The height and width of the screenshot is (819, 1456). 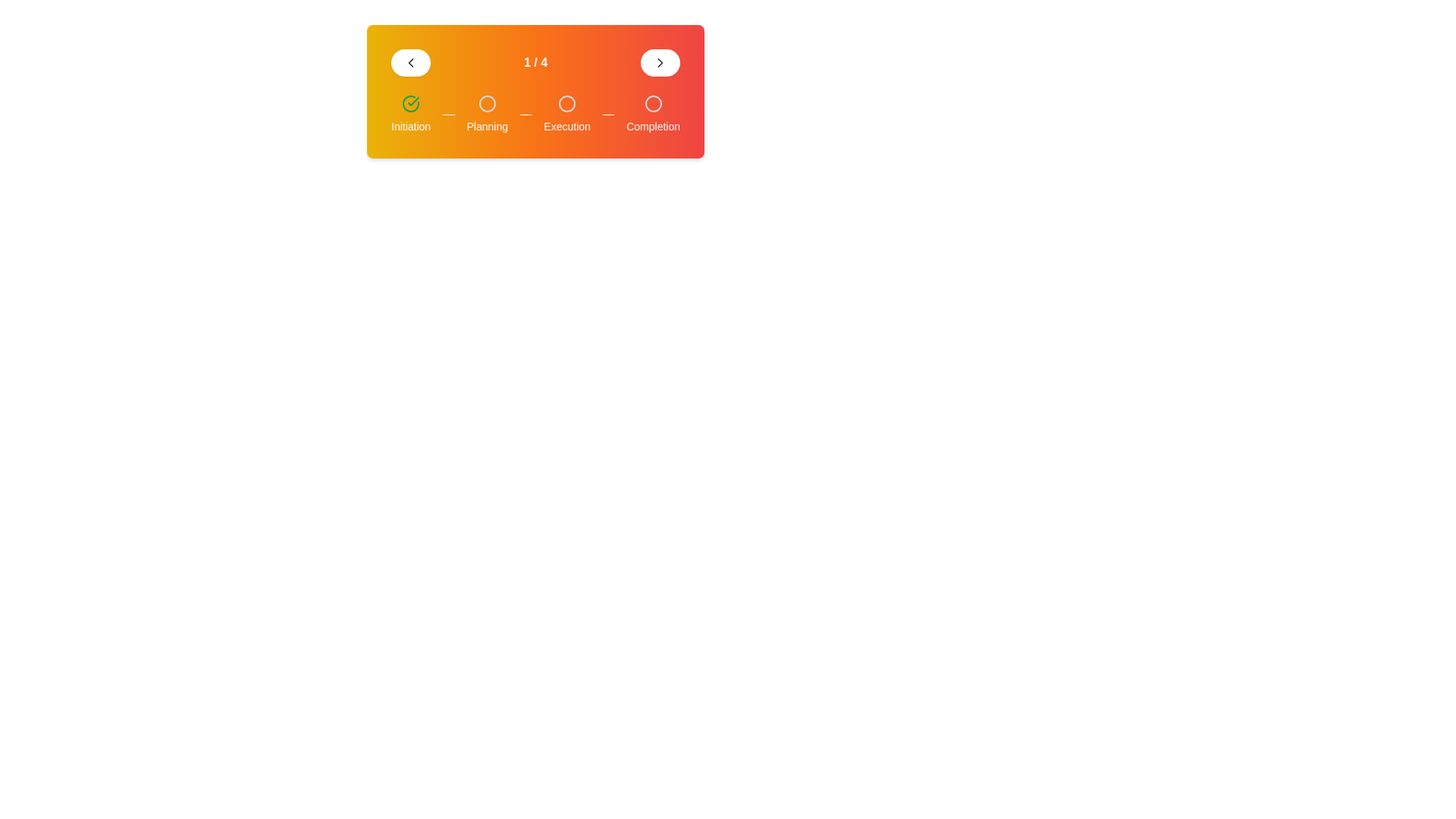 I want to click on the 'Initiation' text label located on the leftmost part of the horizontal navigation bar, so click(x=411, y=125).